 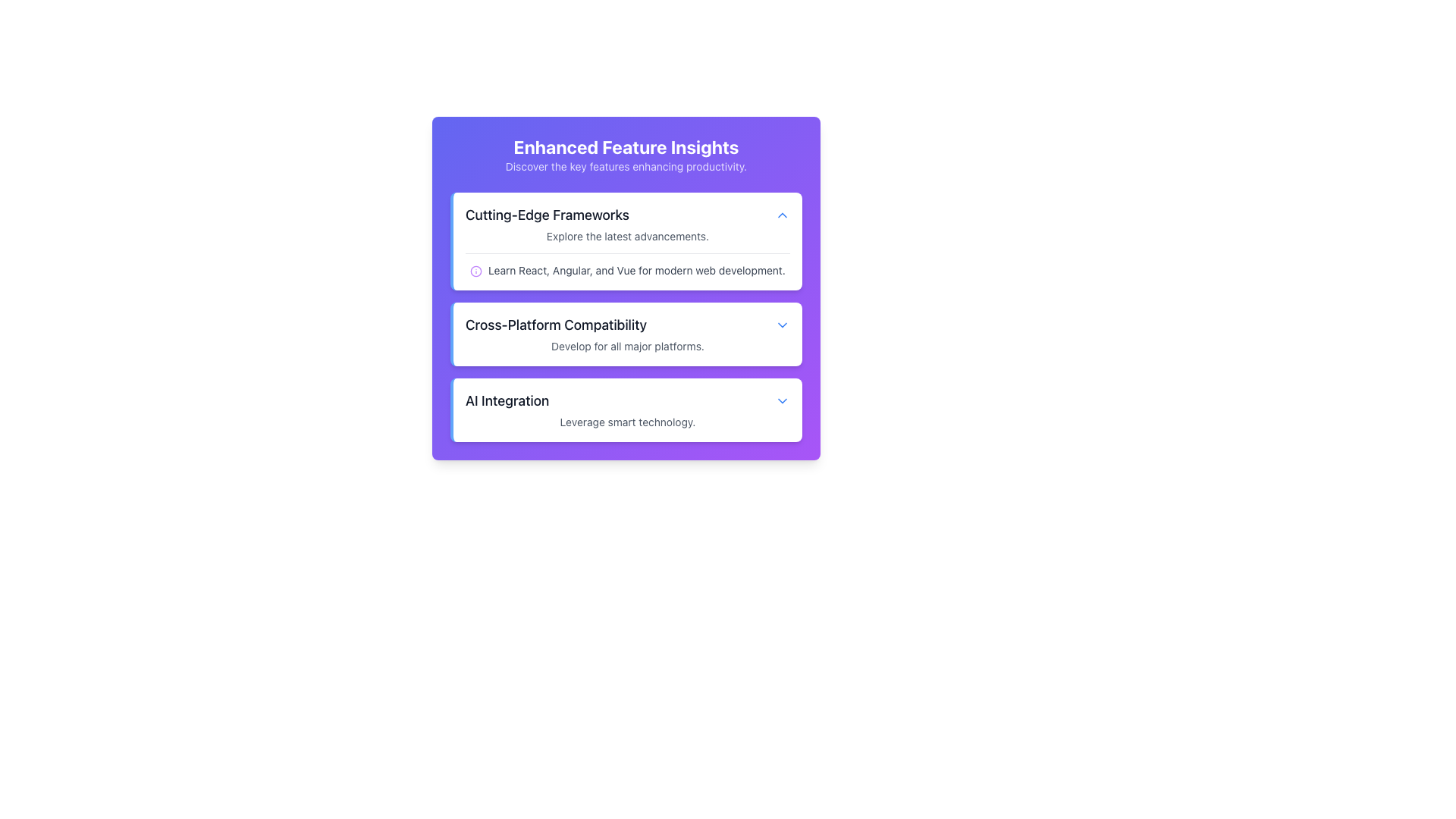 What do you see at coordinates (626, 288) in the screenshot?
I see `text contained within the central card element that has a purple-to-blue gradient background and features bold white titles and smaller muted white descriptions` at bounding box center [626, 288].